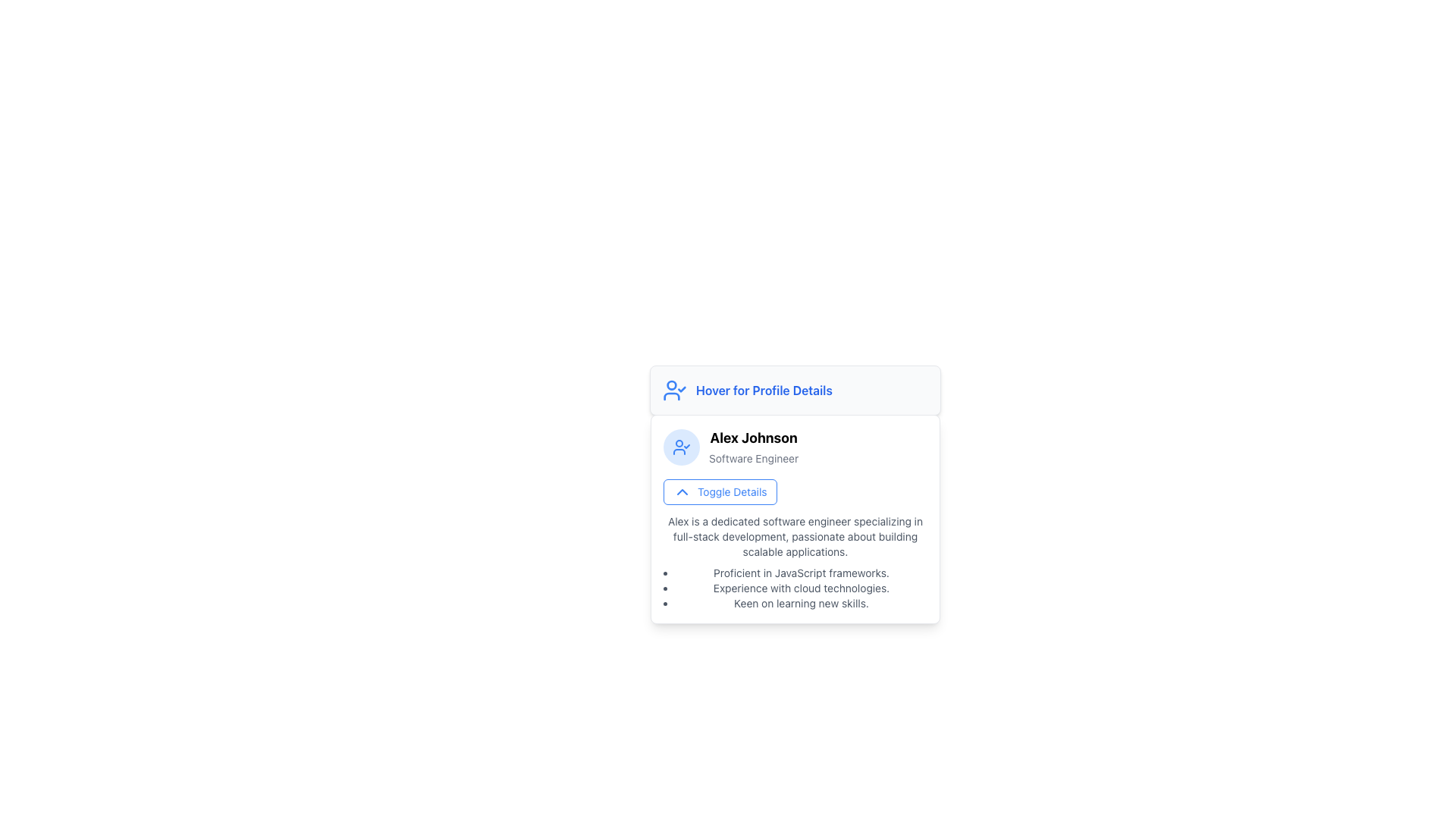  I want to click on the text-based list UI component that displays three distinct list items representing skills or attributes to trigger potential tooltips, so click(800, 587).